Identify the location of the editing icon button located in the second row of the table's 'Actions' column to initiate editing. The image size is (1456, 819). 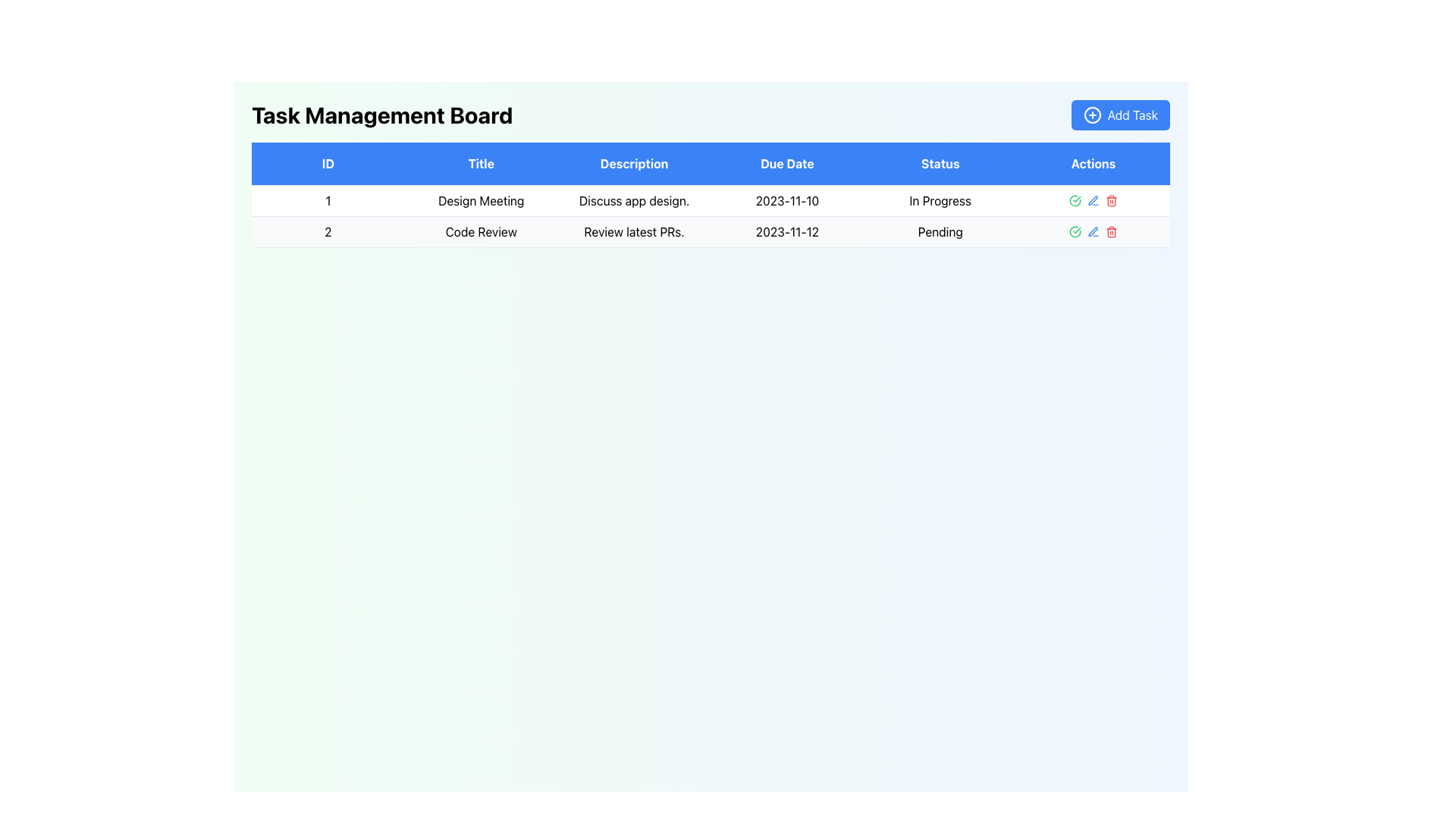
(1094, 200).